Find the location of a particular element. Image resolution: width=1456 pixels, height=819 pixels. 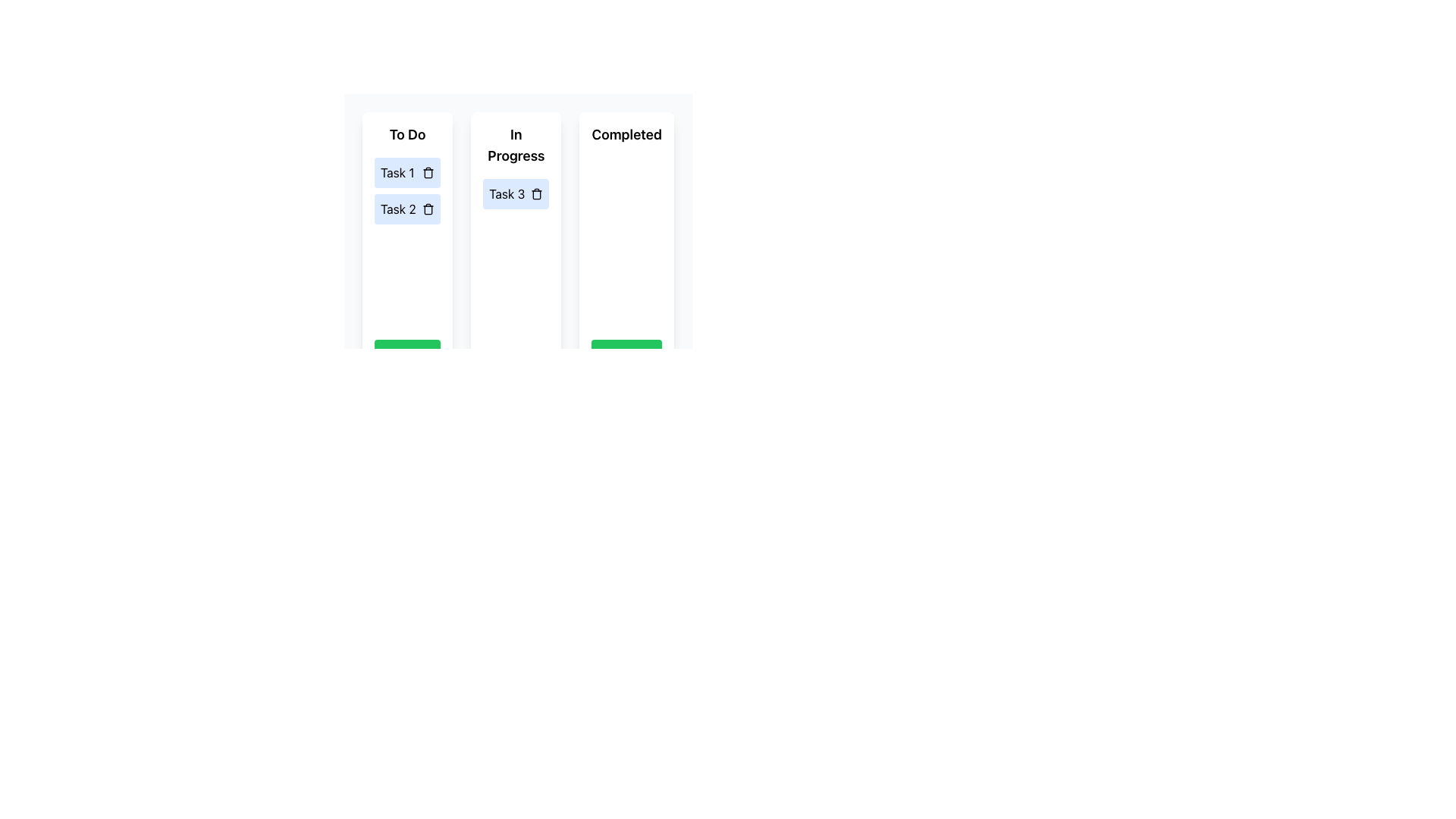

the trashcan-shaped icon button located at the right end of the 'Task 2' entry row in the 'To Do' column is located at coordinates (428, 209).